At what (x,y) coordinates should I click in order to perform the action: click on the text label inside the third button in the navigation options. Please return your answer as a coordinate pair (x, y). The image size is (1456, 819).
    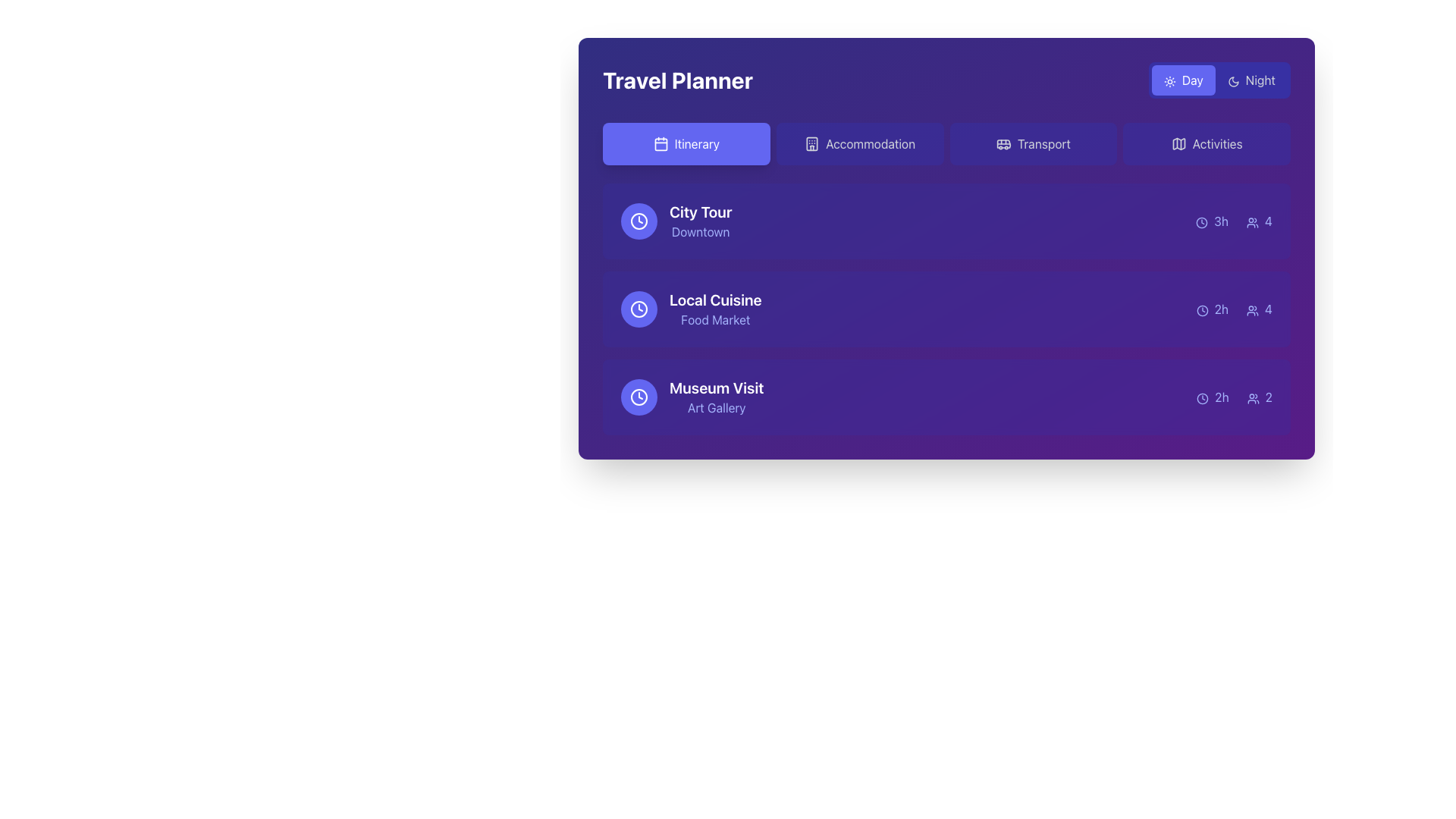
    Looking at the image, I should click on (1043, 143).